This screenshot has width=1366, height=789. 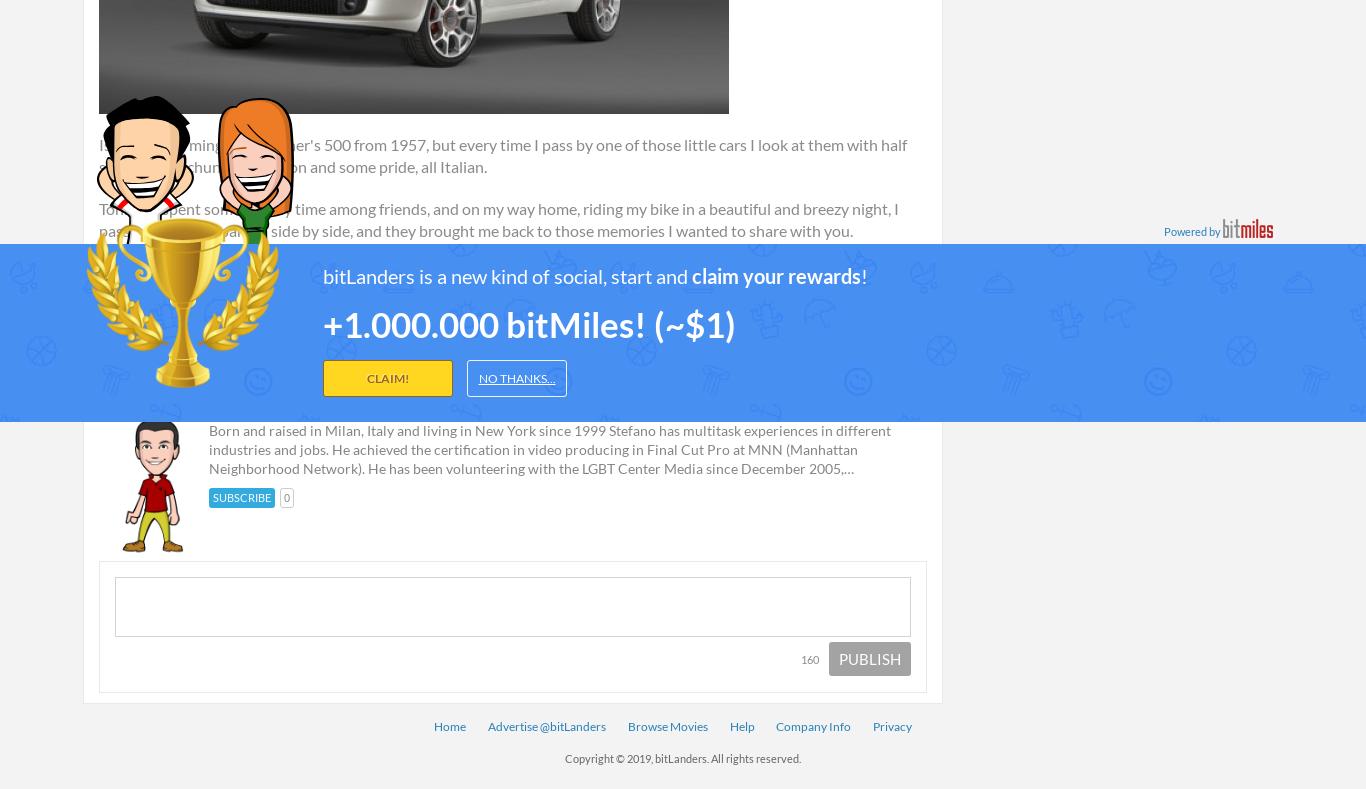 What do you see at coordinates (370, 291) in the screenshot?
I see `'#road'` at bounding box center [370, 291].